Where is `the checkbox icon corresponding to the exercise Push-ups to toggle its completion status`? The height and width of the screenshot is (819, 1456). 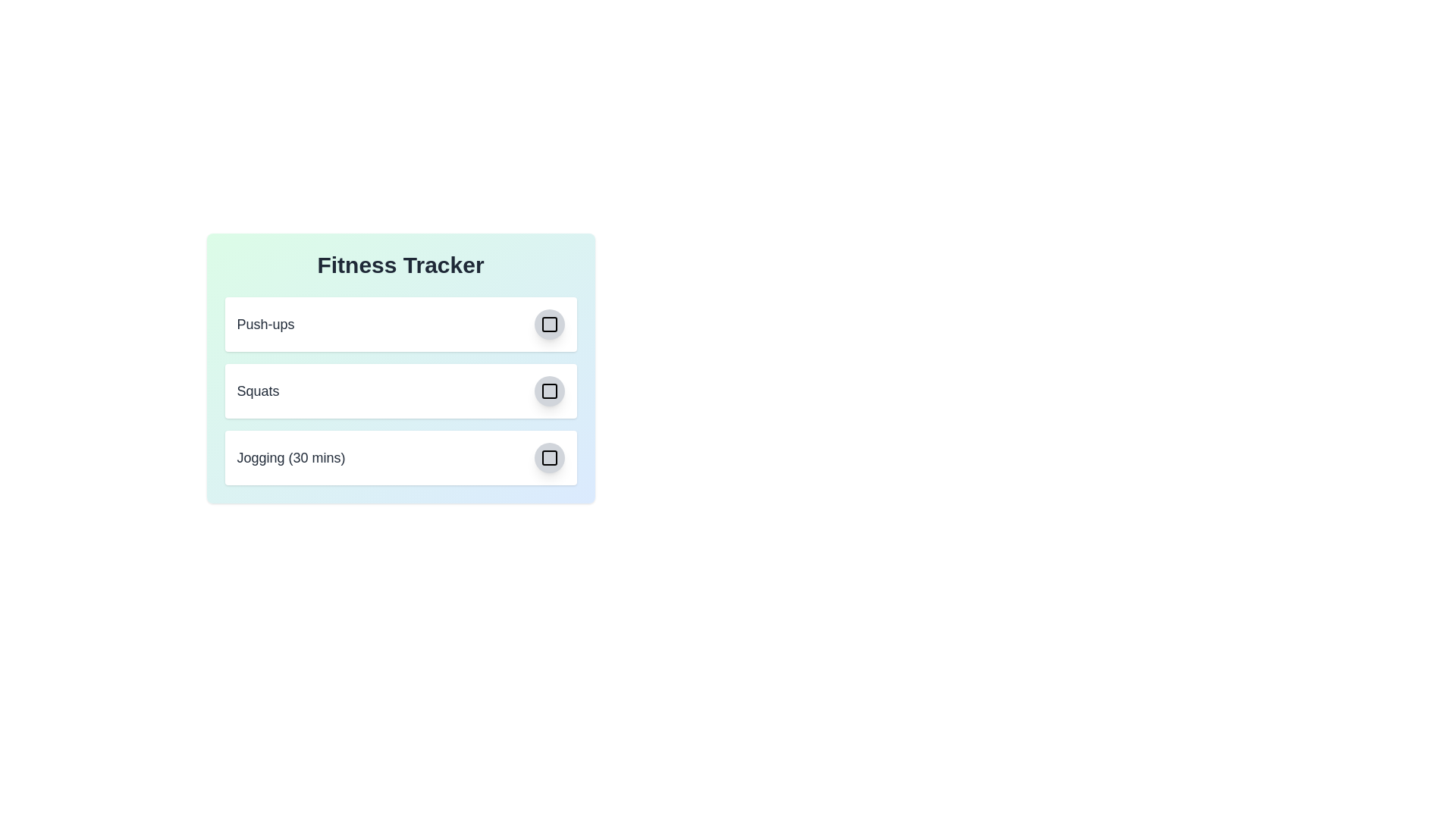
the checkbox icon corresponding to the exercise Push-ups to toggle its completion status is located at coordinates (548, 324).